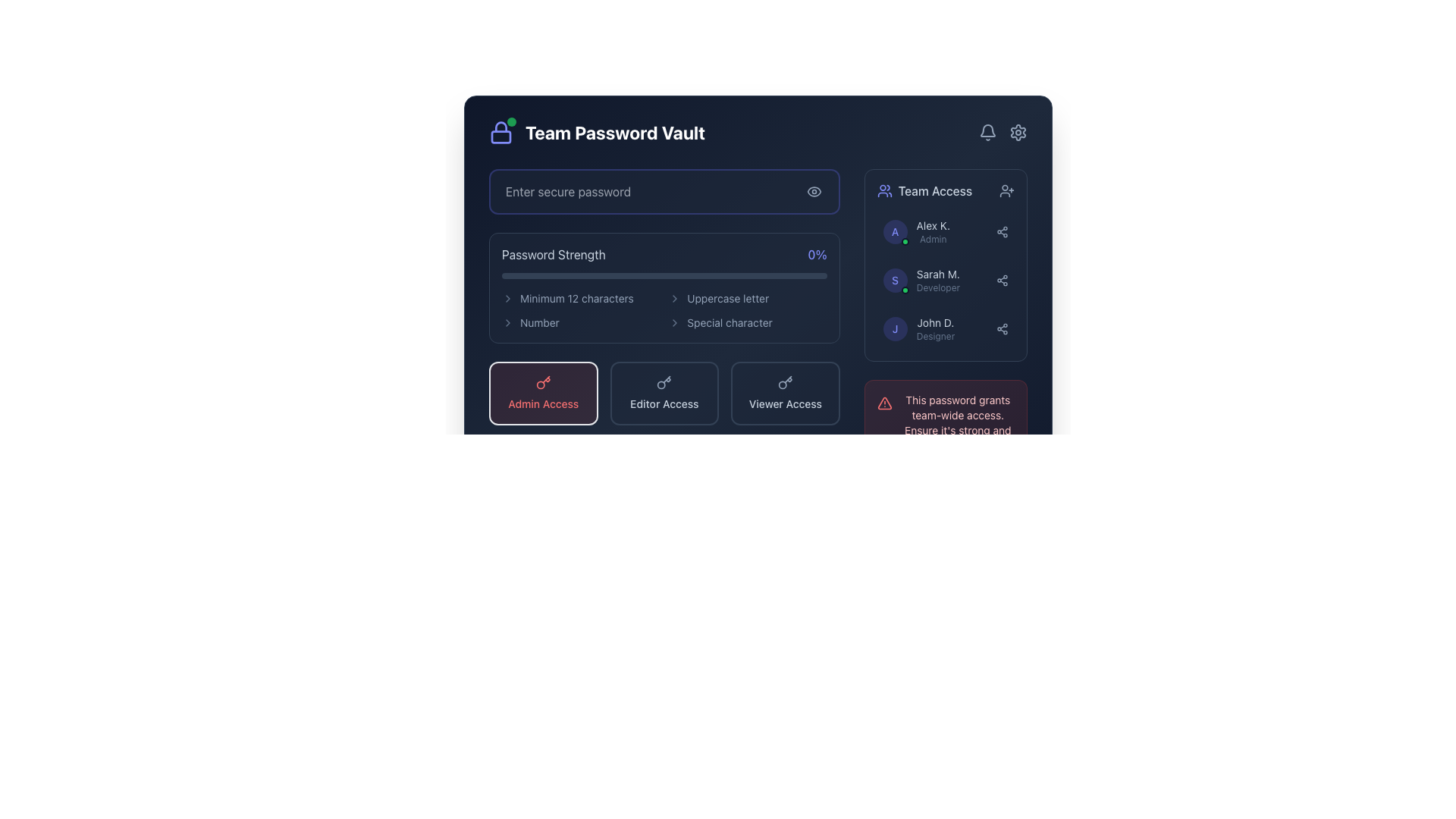  I want to click on the small key icon, which is styled in a simplified line art design and is positioned at the top center of the 'Viewer Access' button, the third button in a group of three at the bottom of the central panel, so click(785, 382).